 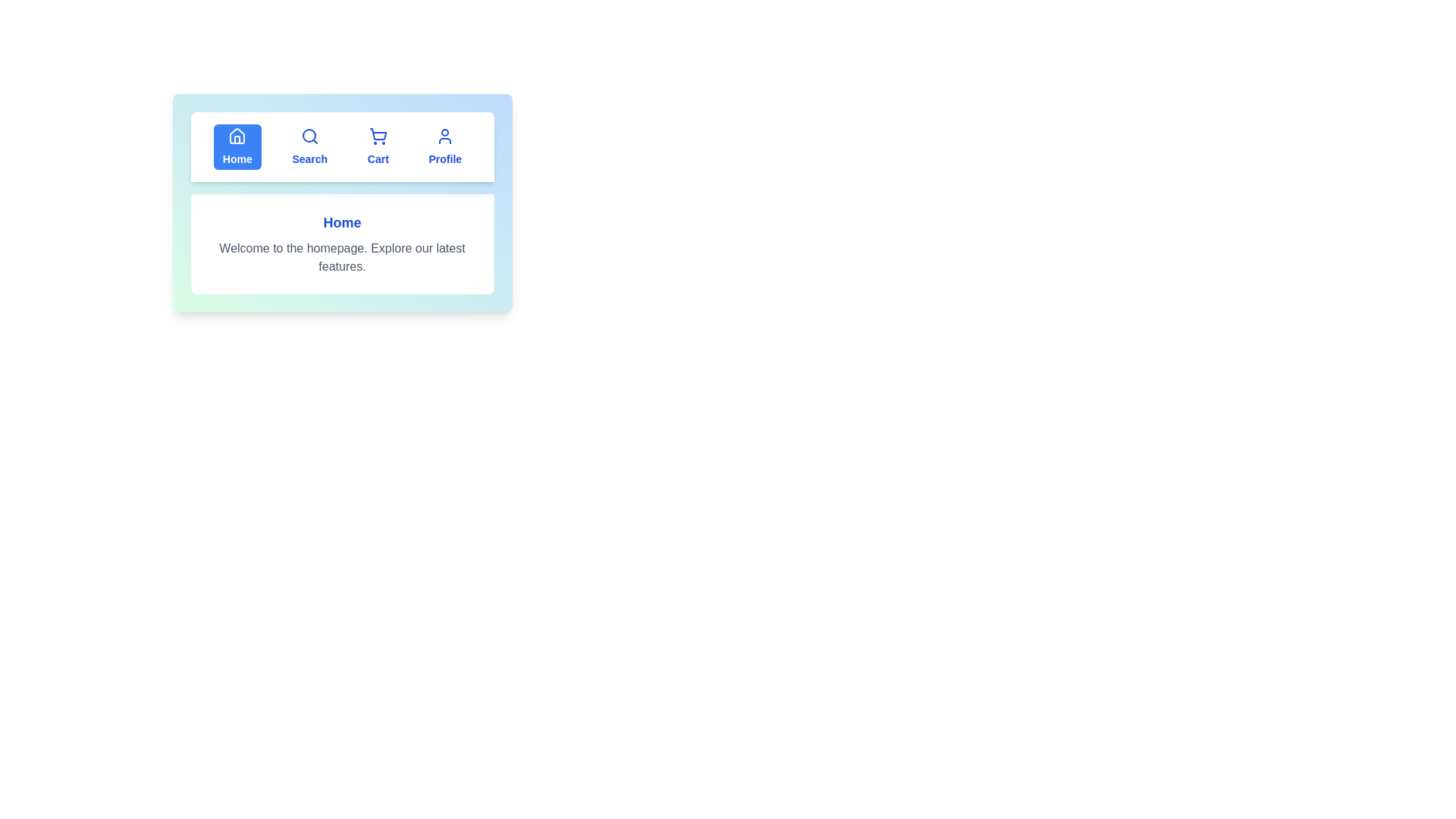 What do you see at coordinates (444, 146) in the screenshot?
I see `the tab Profile to view its content` at bounding box center [444, 146].